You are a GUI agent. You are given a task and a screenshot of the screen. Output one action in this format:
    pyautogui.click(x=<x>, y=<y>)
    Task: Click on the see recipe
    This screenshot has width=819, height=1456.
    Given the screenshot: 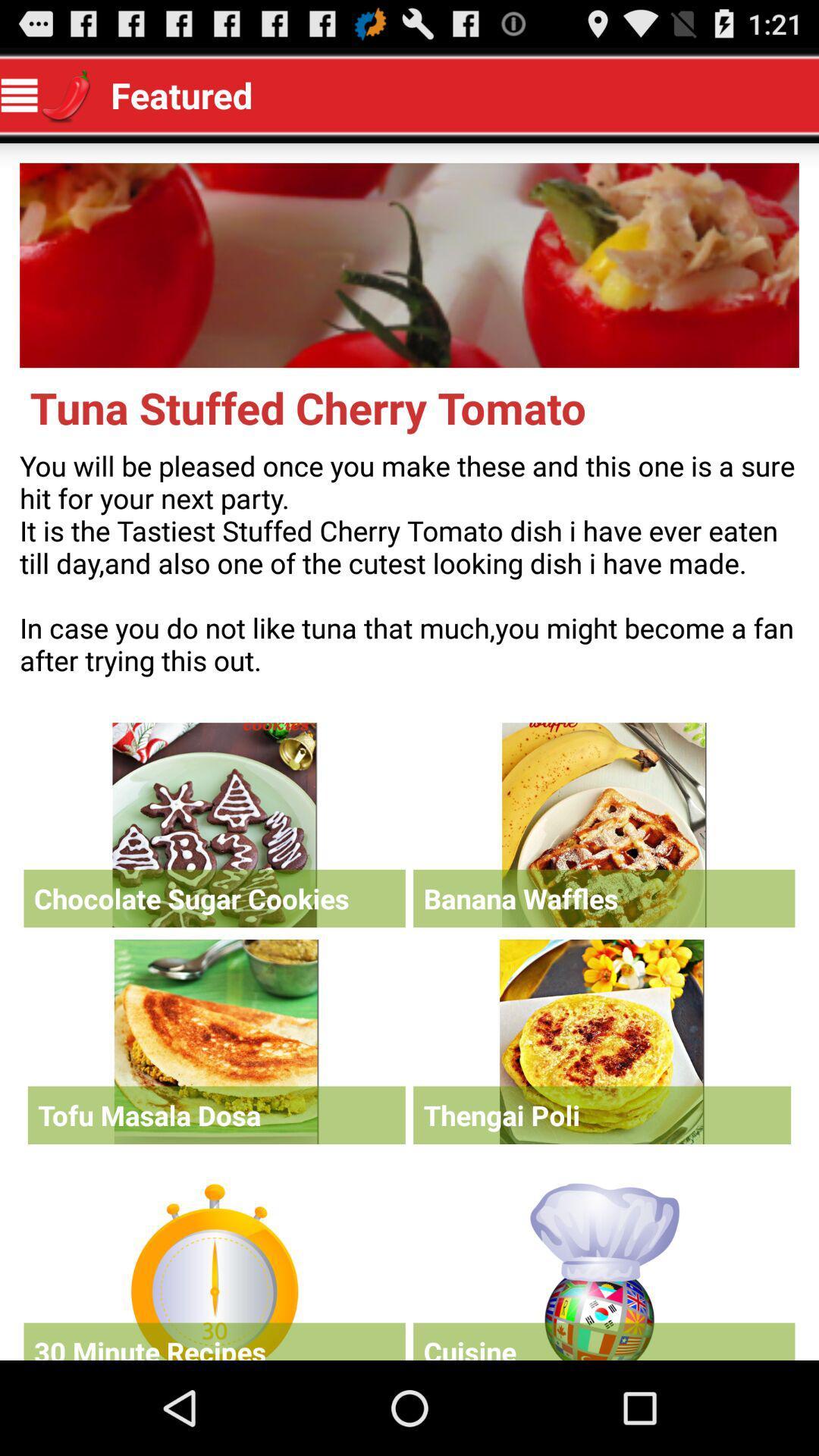 What is the action you would take?
    pyautogui.click(x=601, y=1040)
    